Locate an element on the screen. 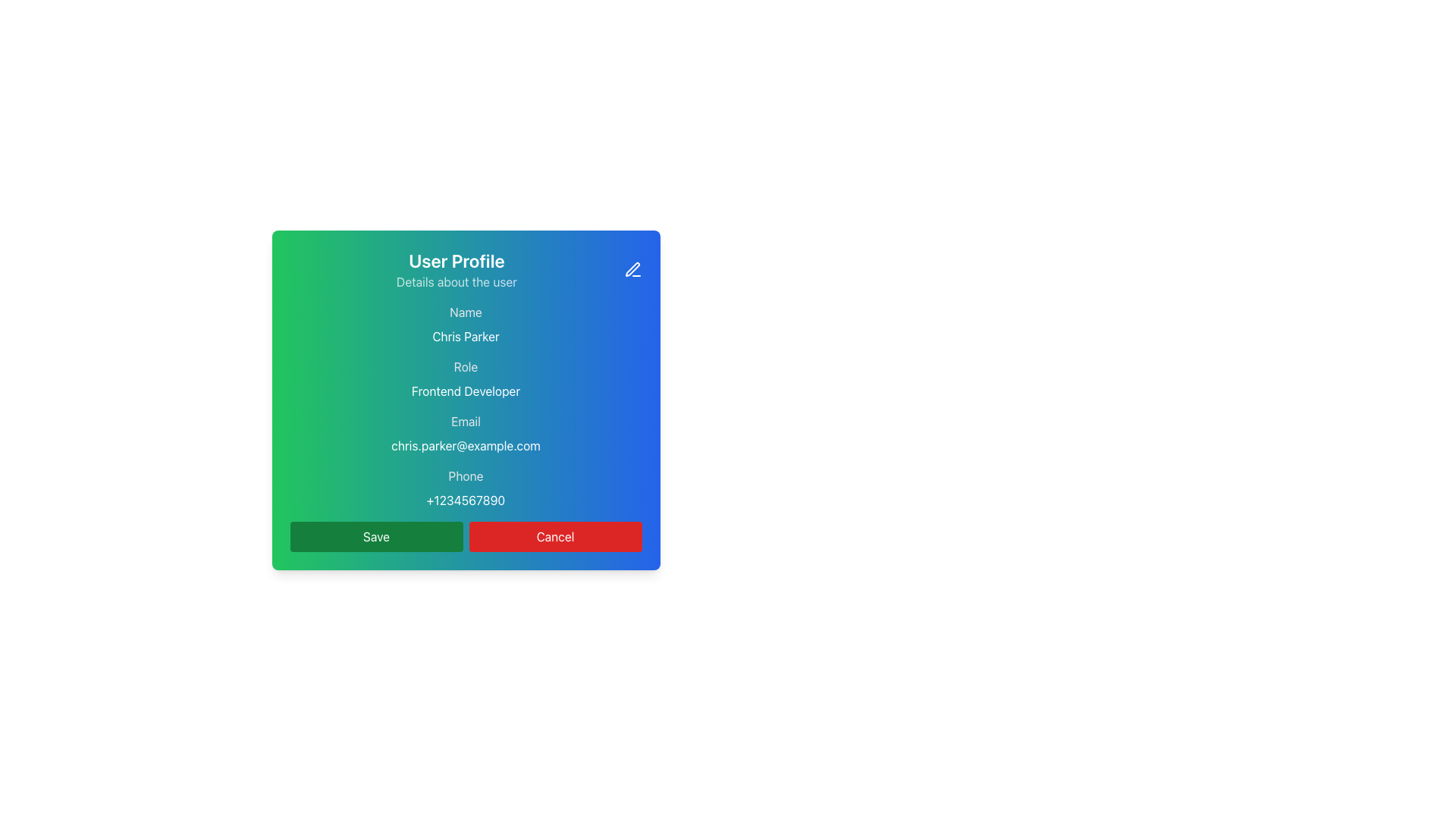 The height and width of the screenshot is (819, 1456). the informational text block displaying the email 'chris.parker@example.com', which is positioned below the role information and above the phone number in the user details layout is located at coordinates (465, 433).